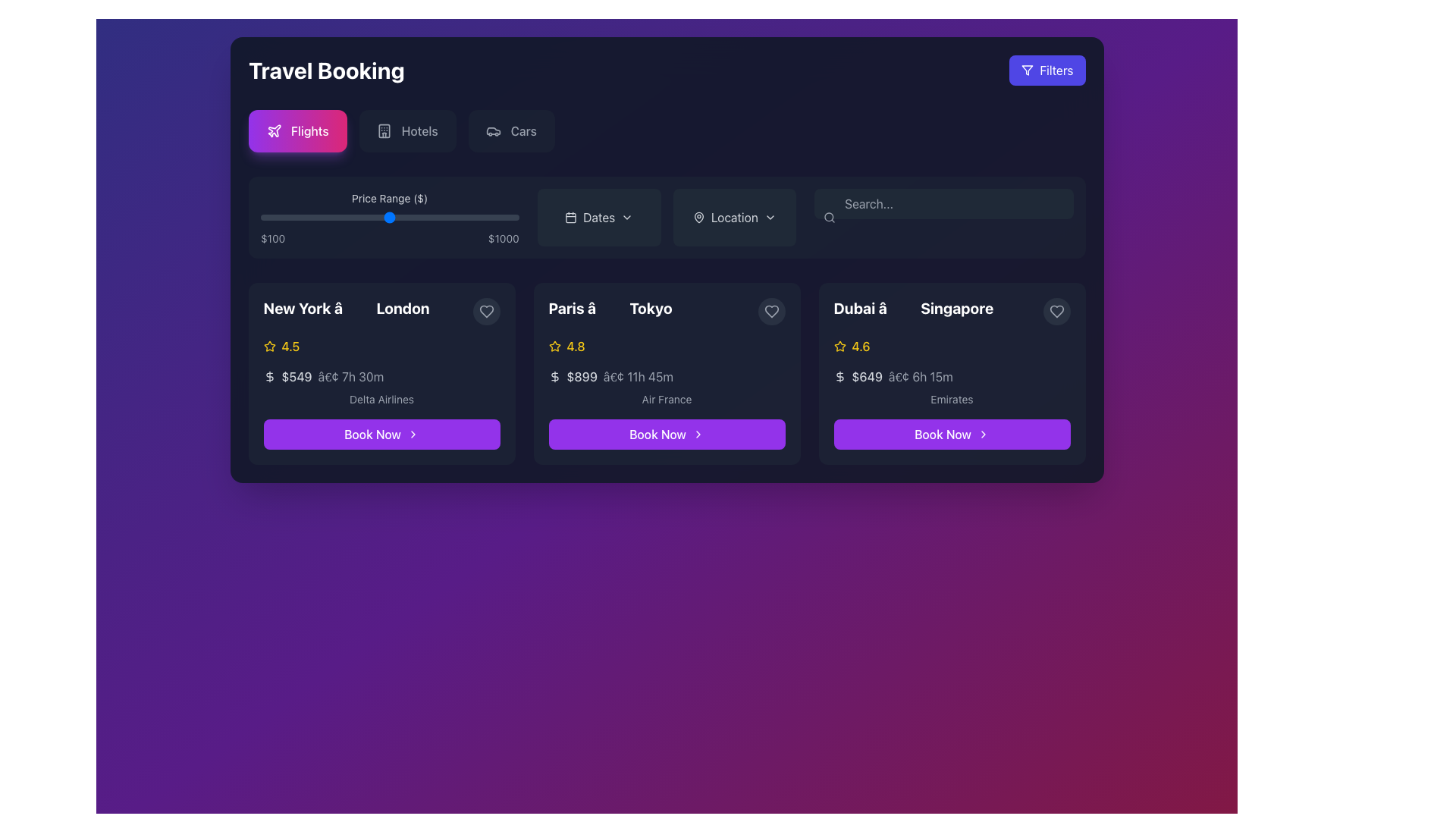 The image size is (1456, 819). Describe the element at coordinates (1056, 311) in the screenshot. I see `the heart-shaped icon in the top-right corner of the flight details card for Dubai to Singapore` at that location.